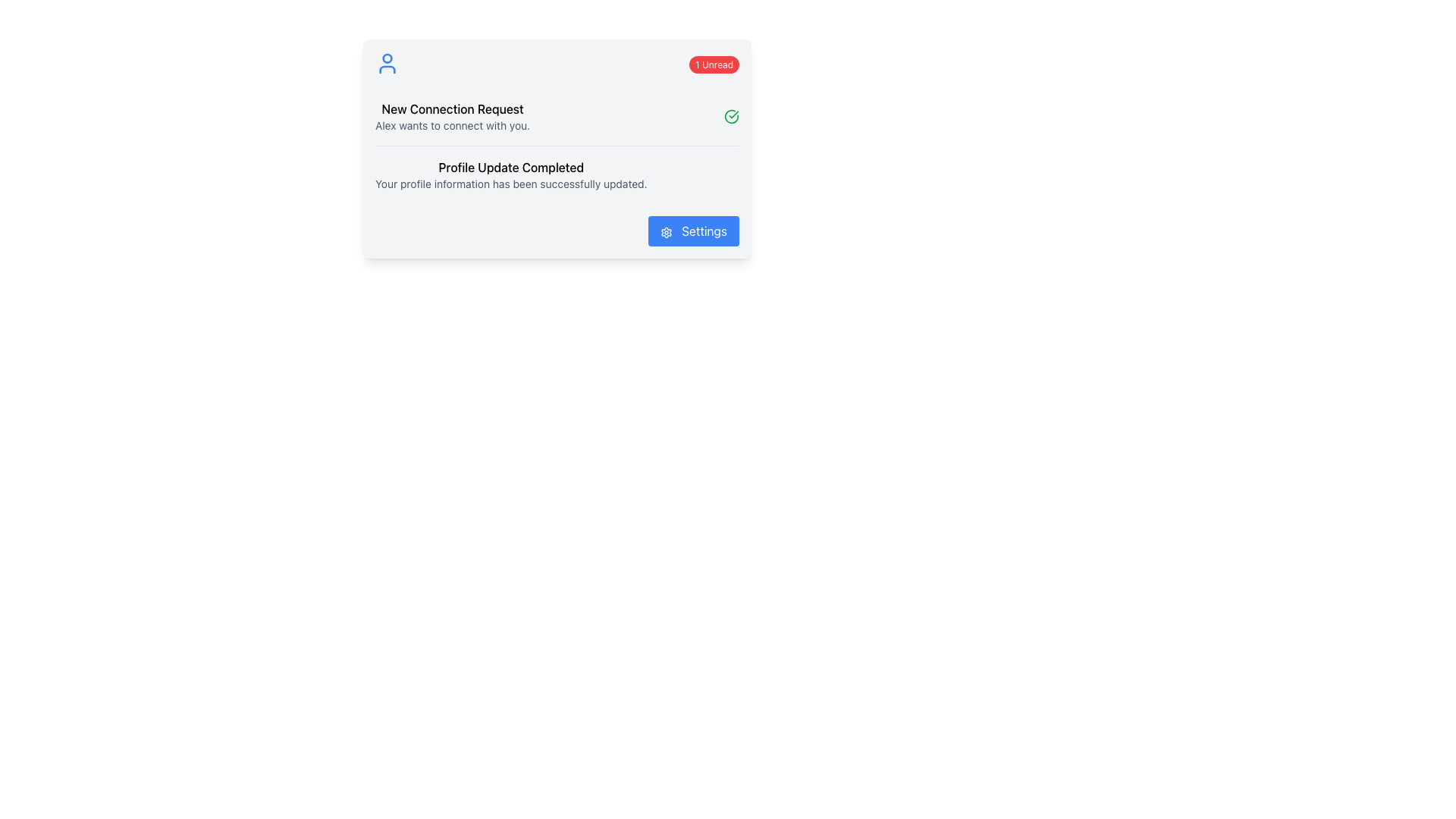  I want to click on the Notification Badge located in the top-right corner of the card, above the 'New Connection Request' text, so click(713, 64).